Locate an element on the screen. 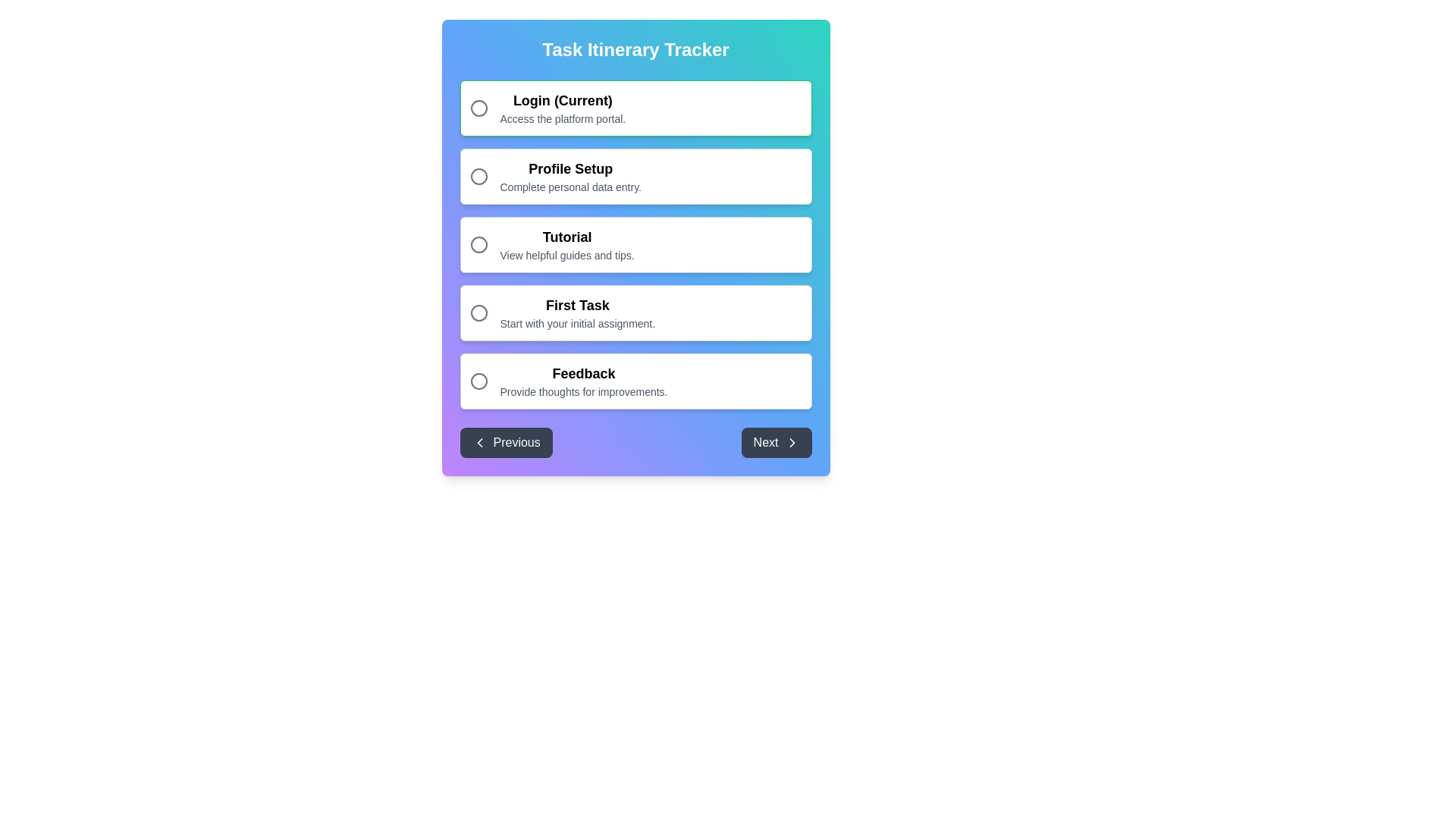 This screenshot has width=1456, height=819. the circular icon with a gray outline located to the left of the text 'Profile Setup' in the second task card is located at coordinates (478, 175).